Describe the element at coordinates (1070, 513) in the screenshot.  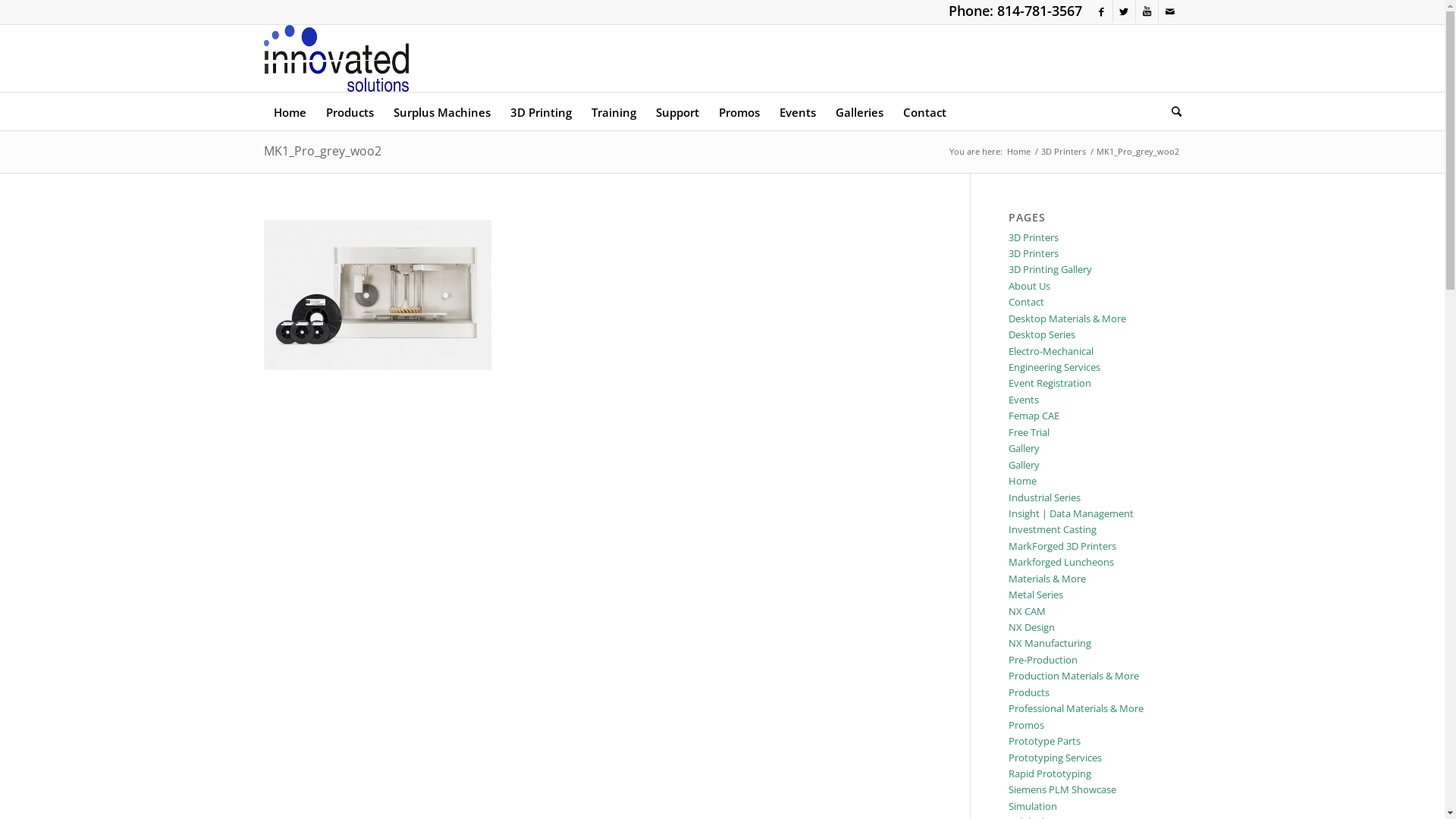
I see `'Insight | Data Management'` at that location.